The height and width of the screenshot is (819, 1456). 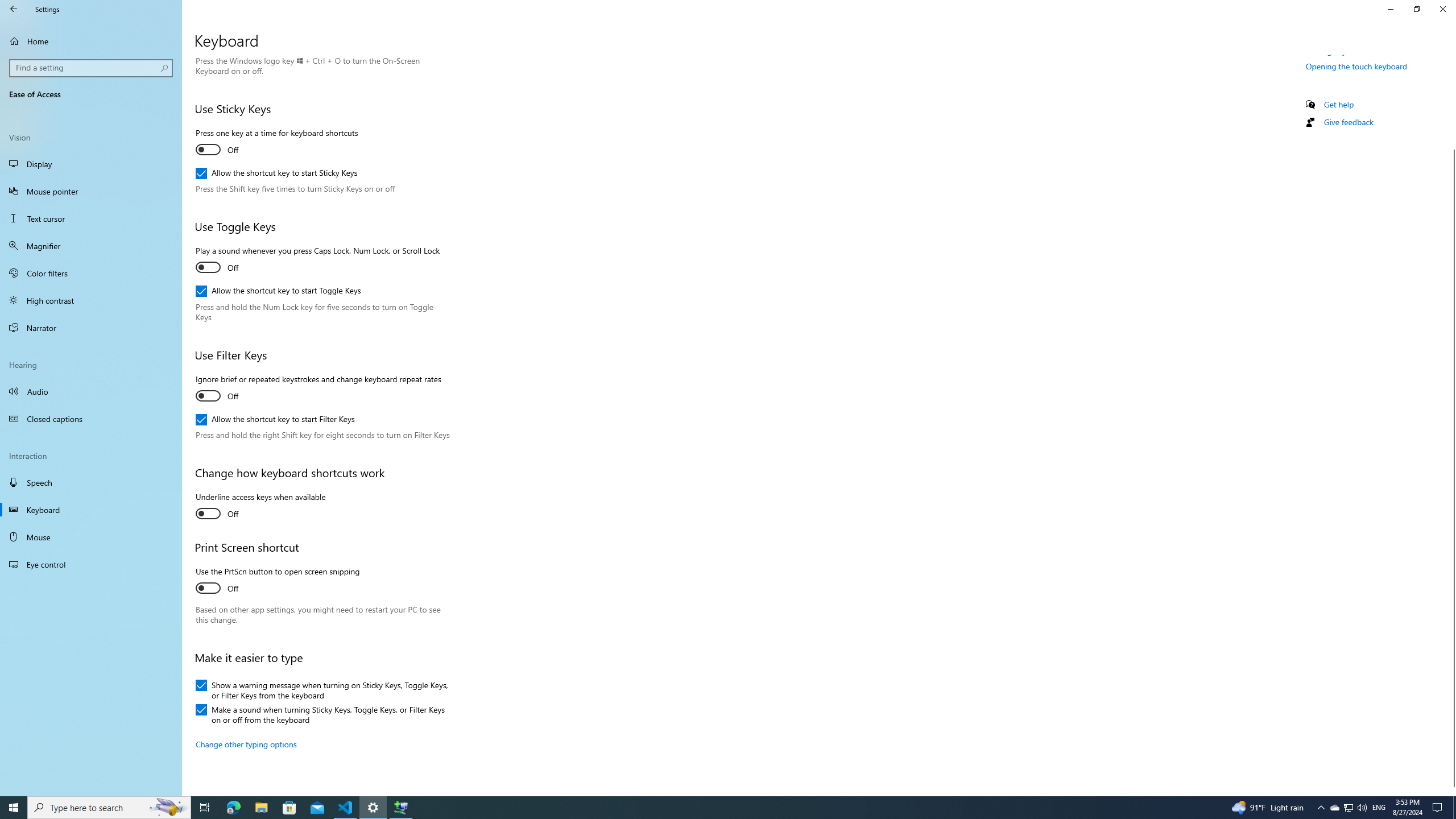 What do you see at coordinates (90, 217) in the screenshot?
I see `'Text cursor'` at bounding box center [90, 217].